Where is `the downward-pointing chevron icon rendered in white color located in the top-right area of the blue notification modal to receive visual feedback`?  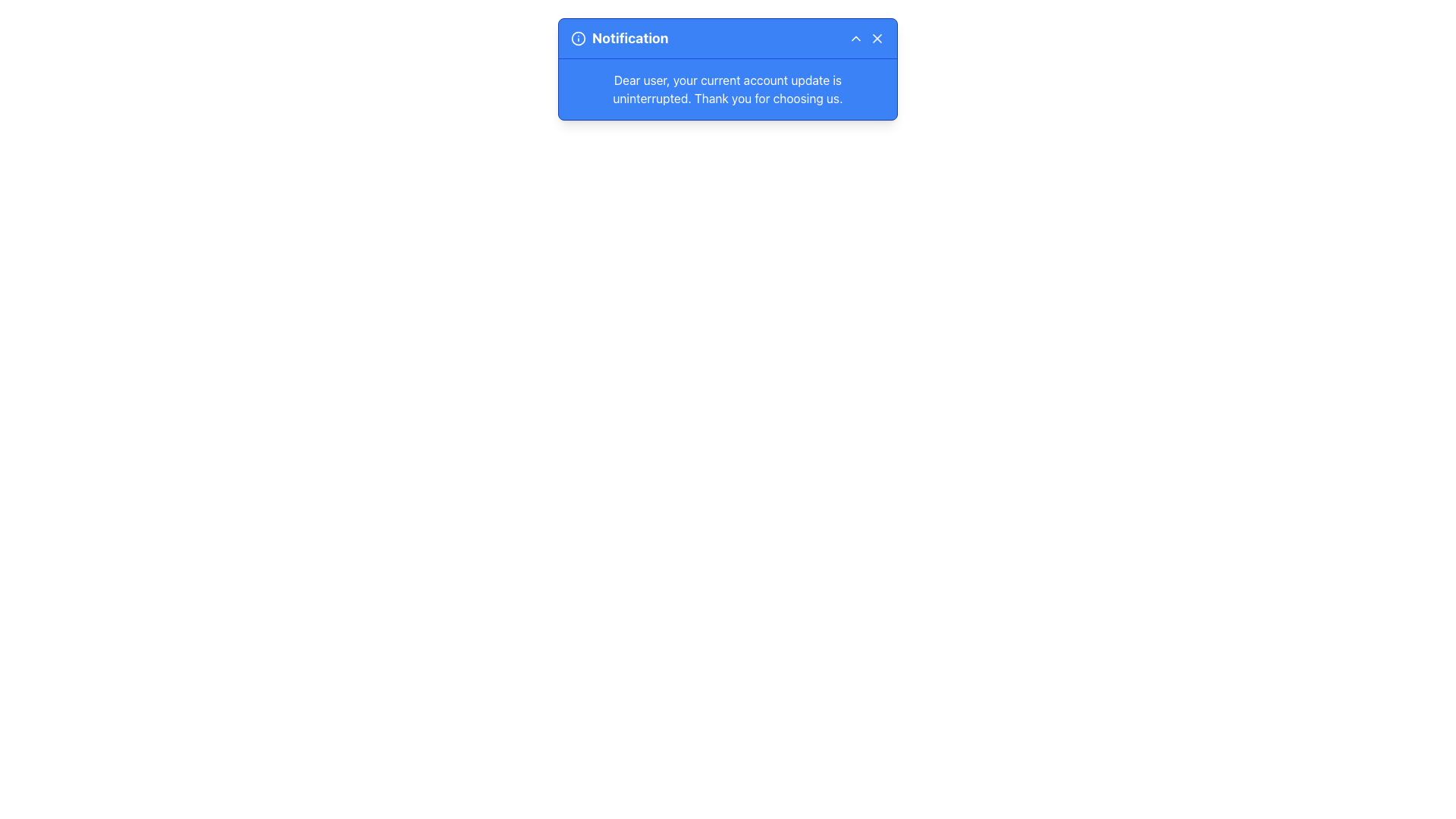
the downward-pointing chevron icon rendered in white color located in the top-right area of the blue notification modal to receive visual feedback is located at coordinates (855, 37).